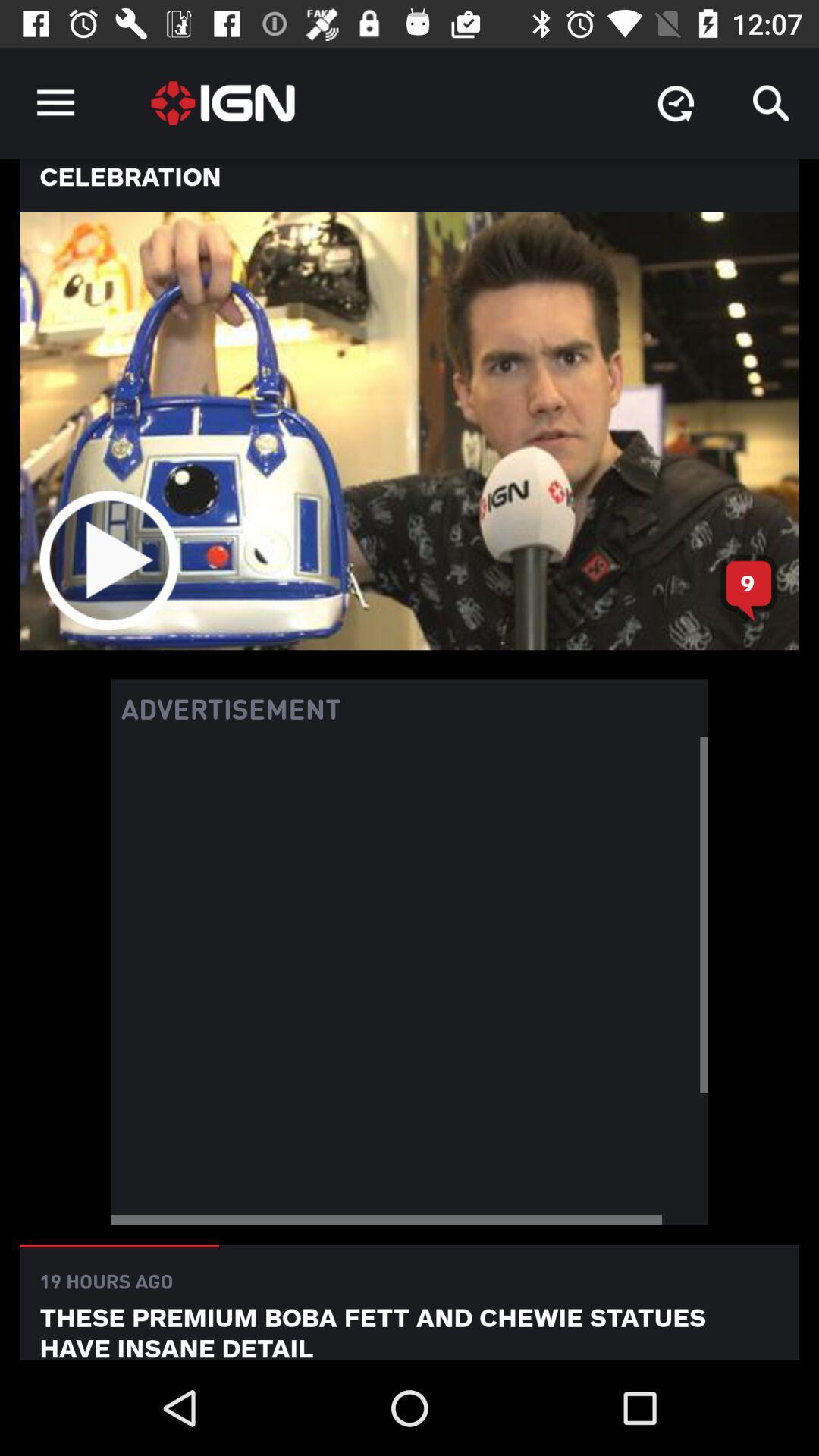 The width and height of the screenshot is (819, 1456). I want to click on the icon above none of these, so click(675, 102).